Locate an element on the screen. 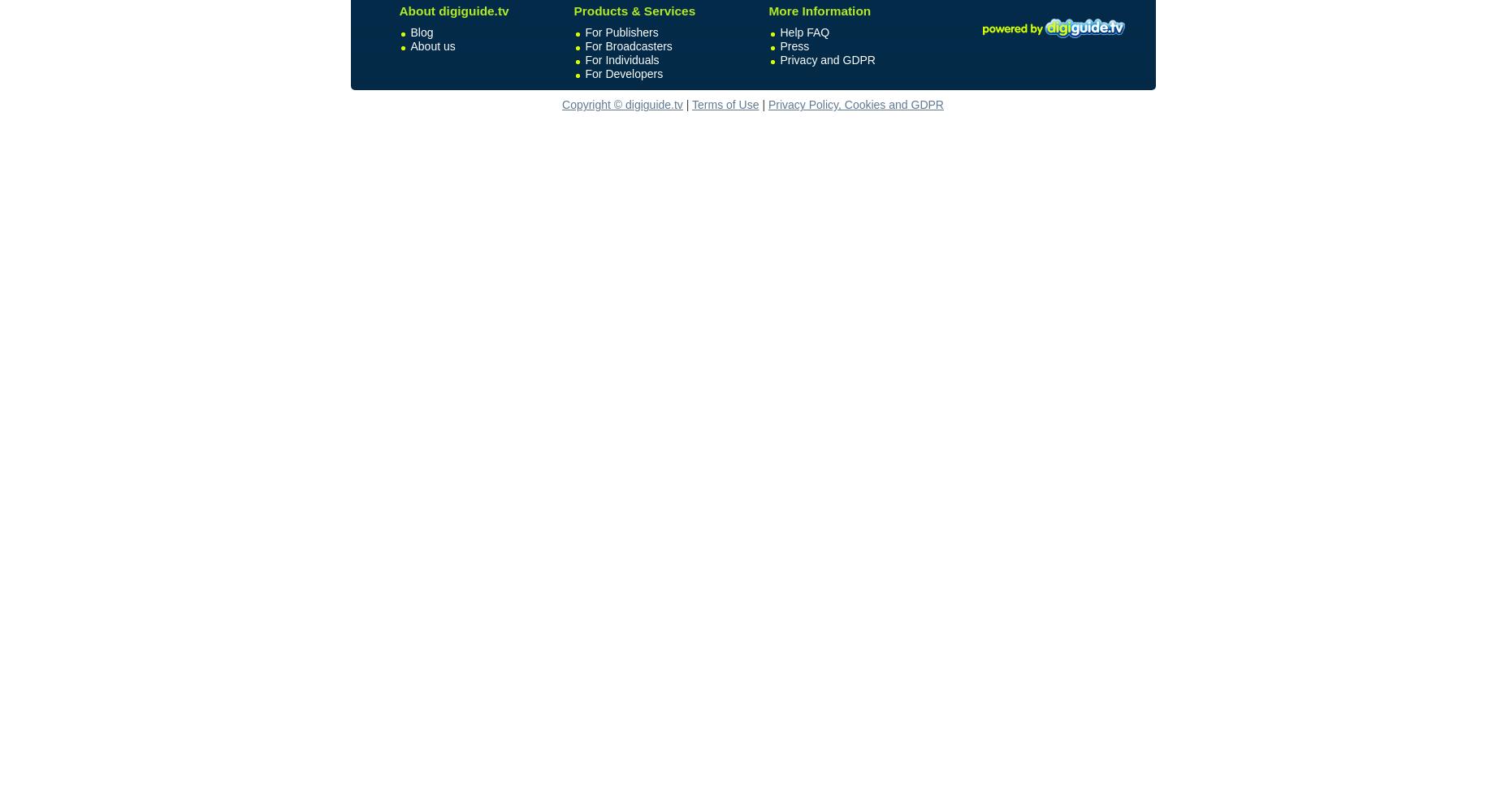 Image resolution: width=1506 pixels, height=812 pixels. 'For Developers' is located at coordinates (622, 73).